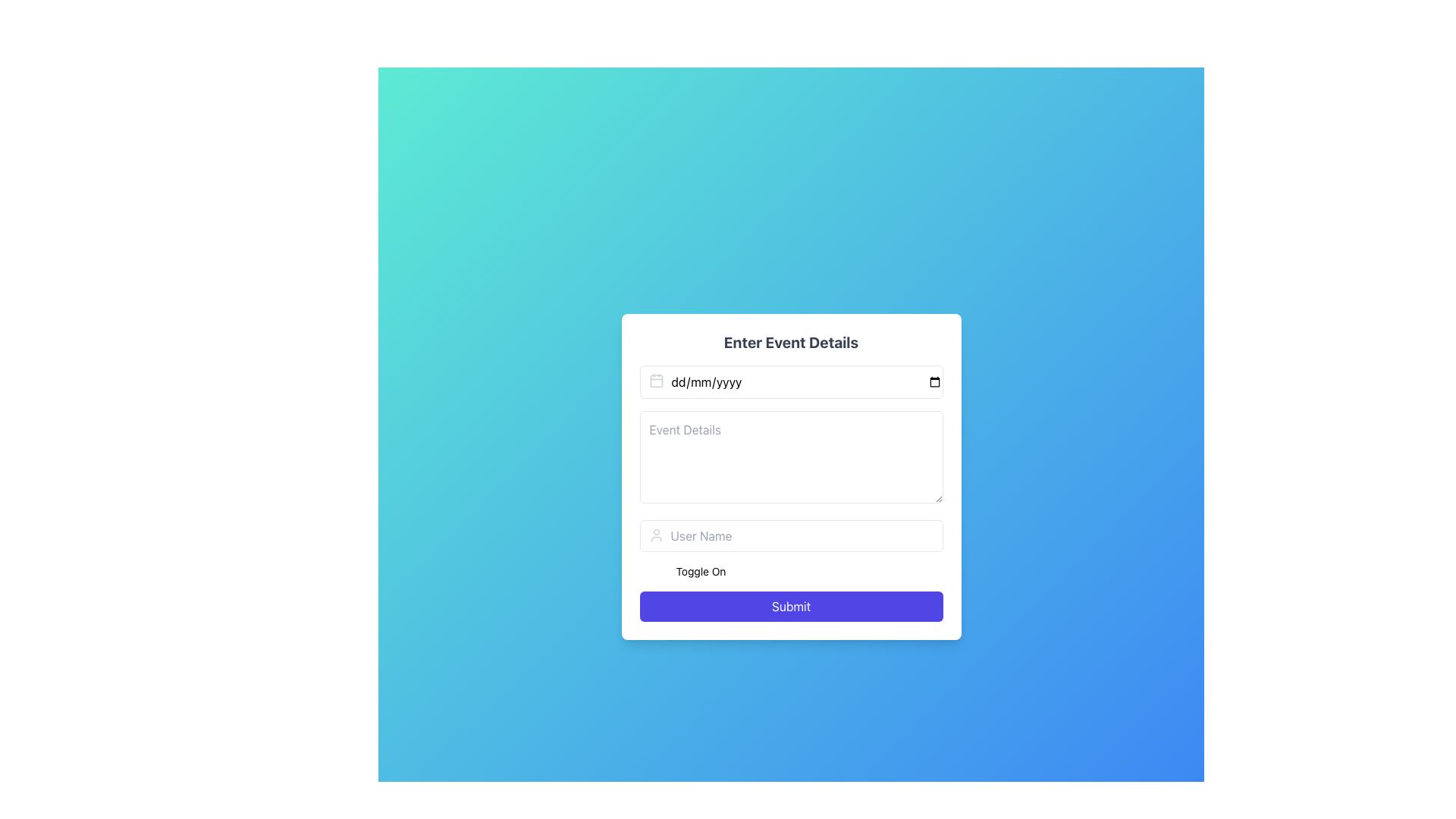 The image size is (1456, 819). What do you see at coordinates (656, 379) in the screenshot?
I see `the date input icon located to the left of the 'dd/mm/yyyy' date input field in the event details form` at bounding box center [656, 379].